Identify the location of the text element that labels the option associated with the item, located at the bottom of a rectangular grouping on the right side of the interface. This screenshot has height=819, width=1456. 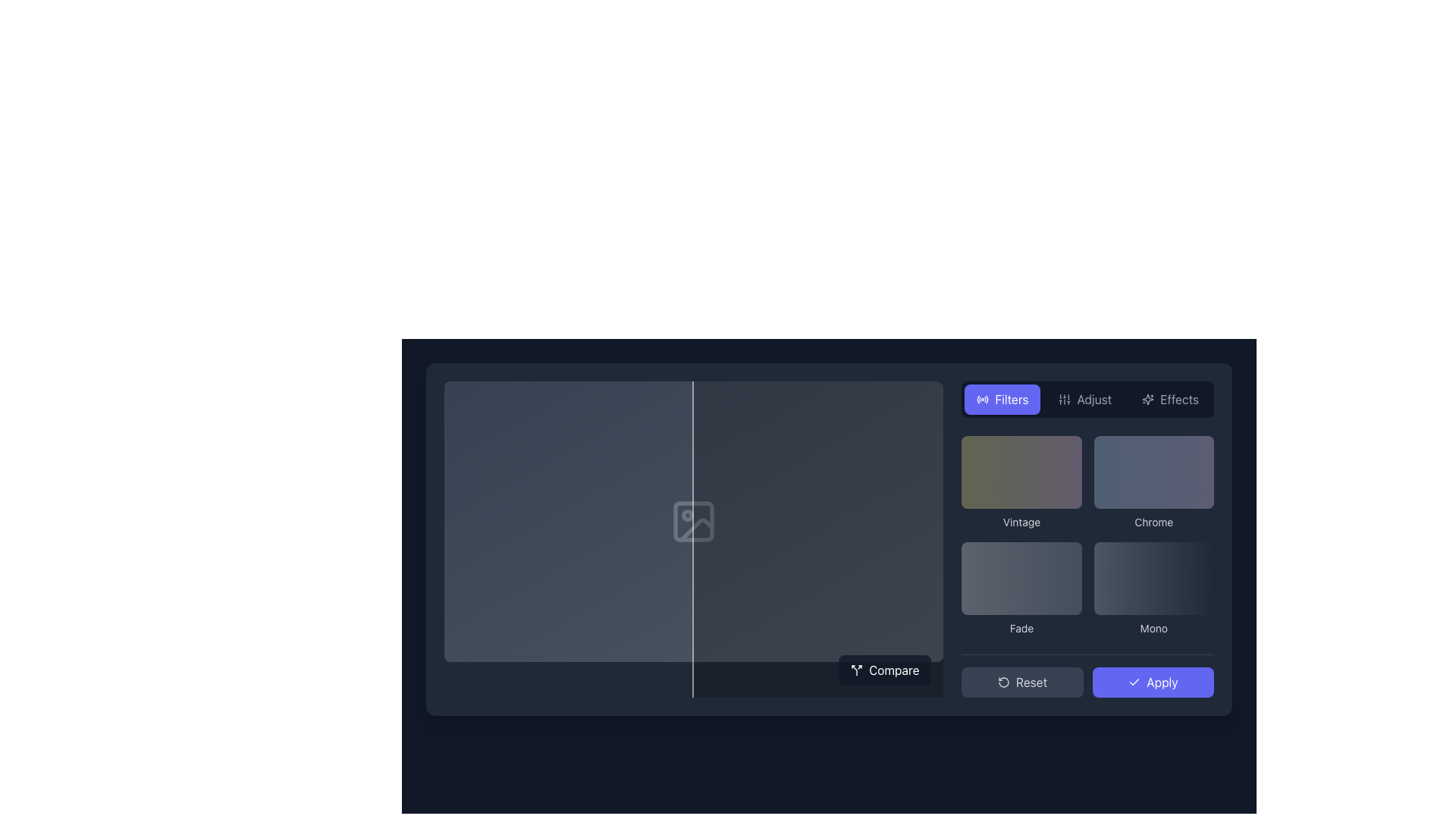
(1153, 522).